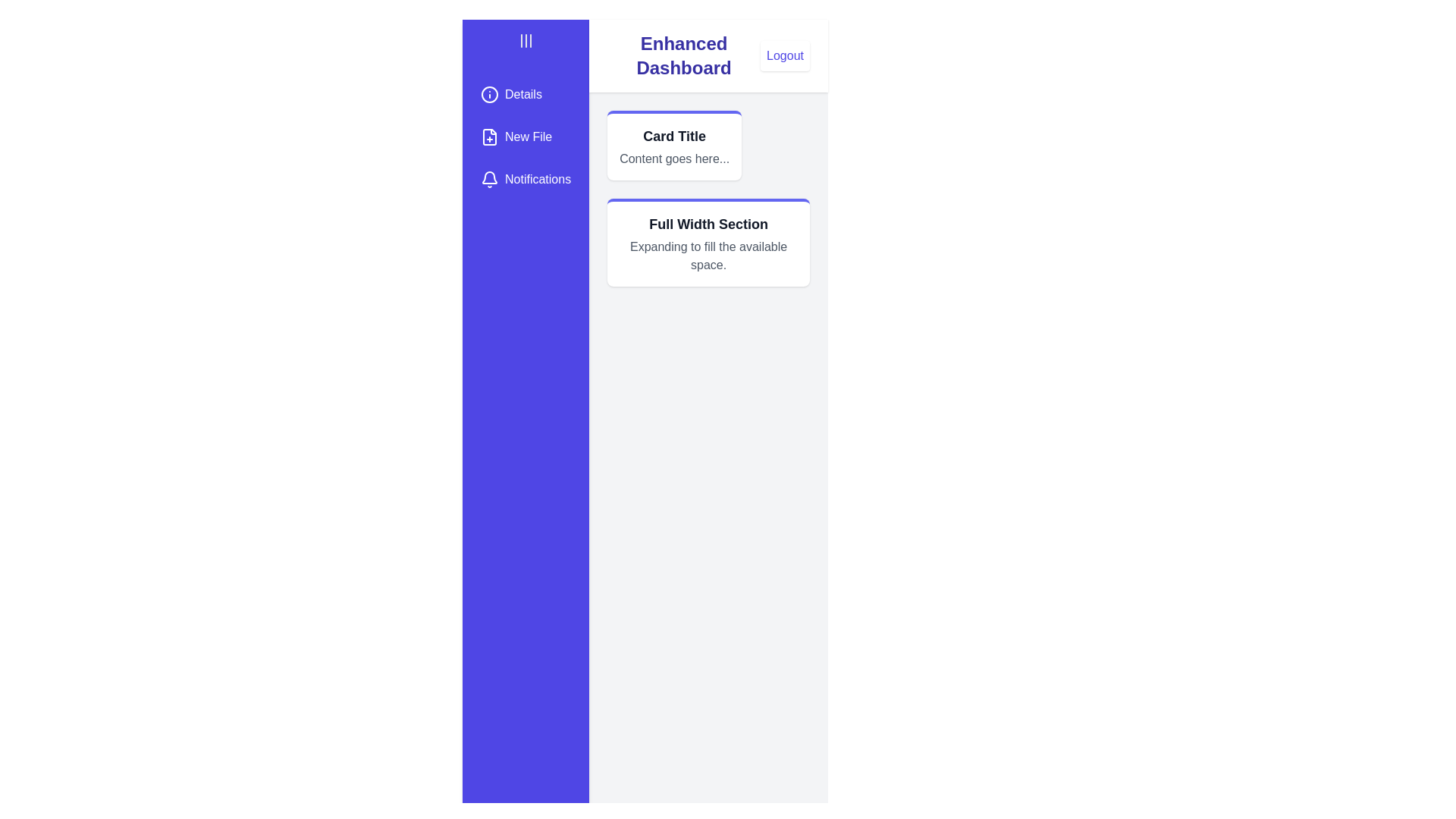 This screenshot has width=1456, height=819. I want to click on the 'New File' icon located in the vertical navigation menu, so click(490, 137).